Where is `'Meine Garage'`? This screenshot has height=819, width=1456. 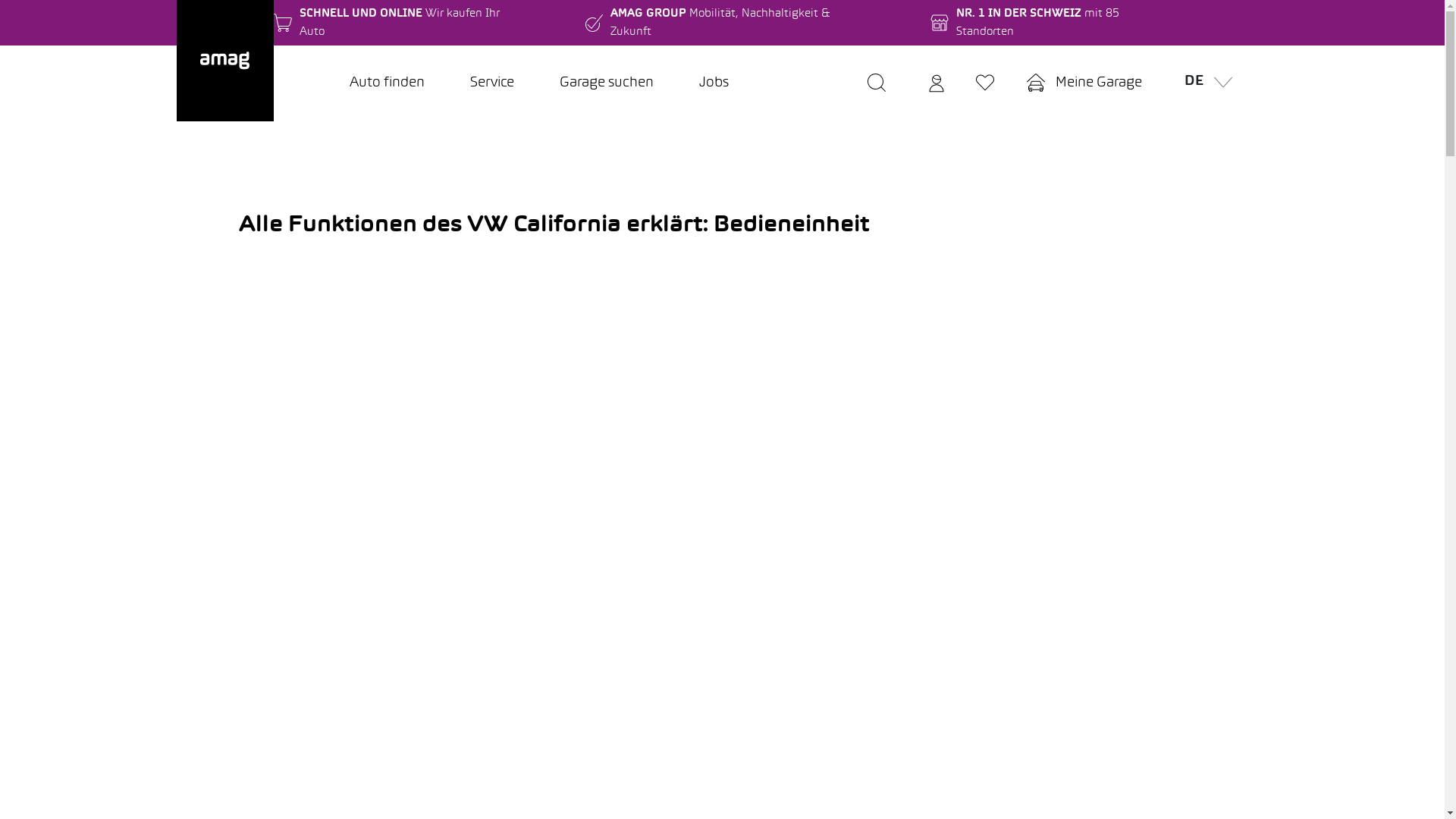
'Meine Garage' is located at coordinates (1083, 83).